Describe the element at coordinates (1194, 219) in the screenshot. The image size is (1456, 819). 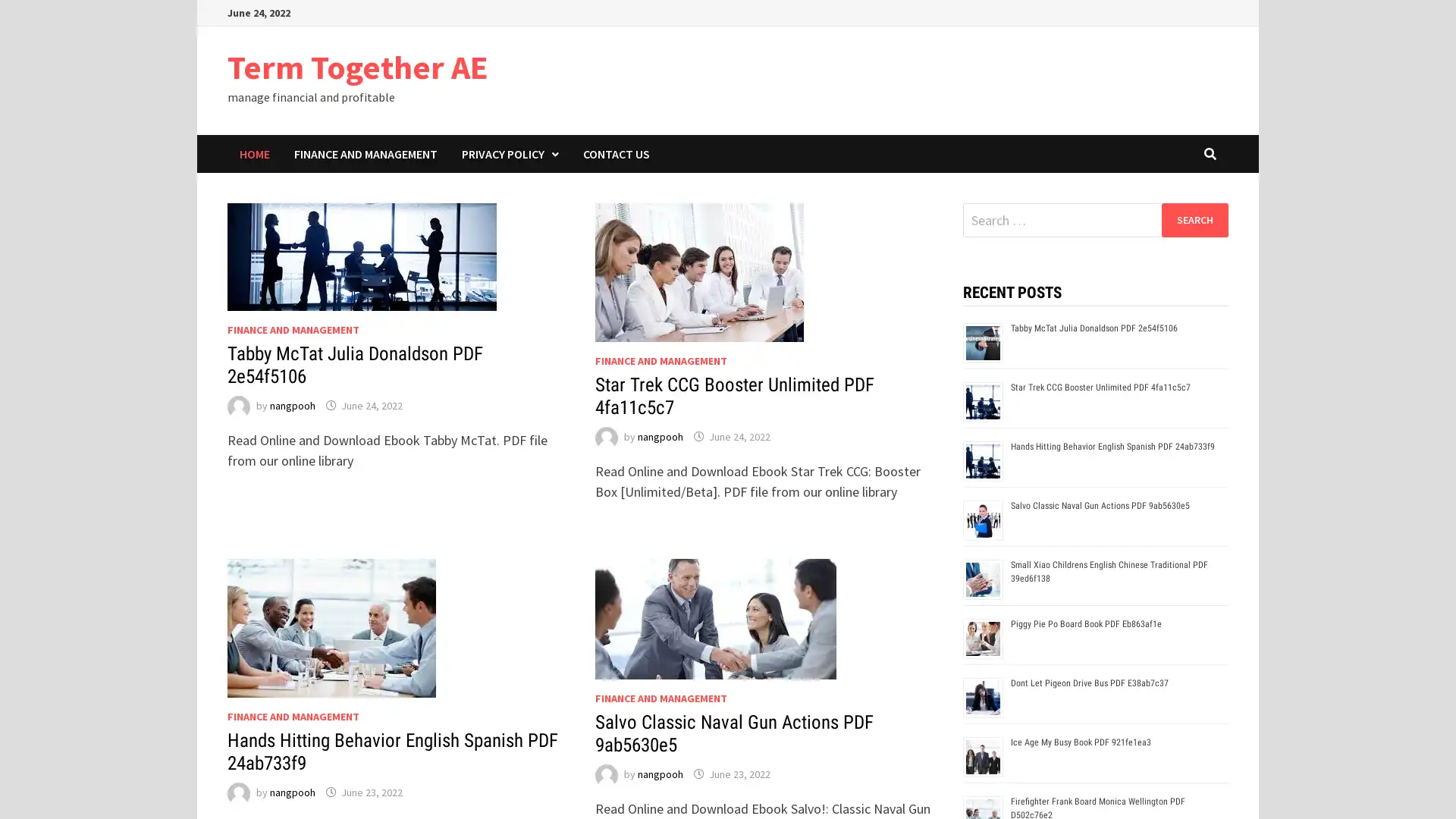
I see `Search` at that location.